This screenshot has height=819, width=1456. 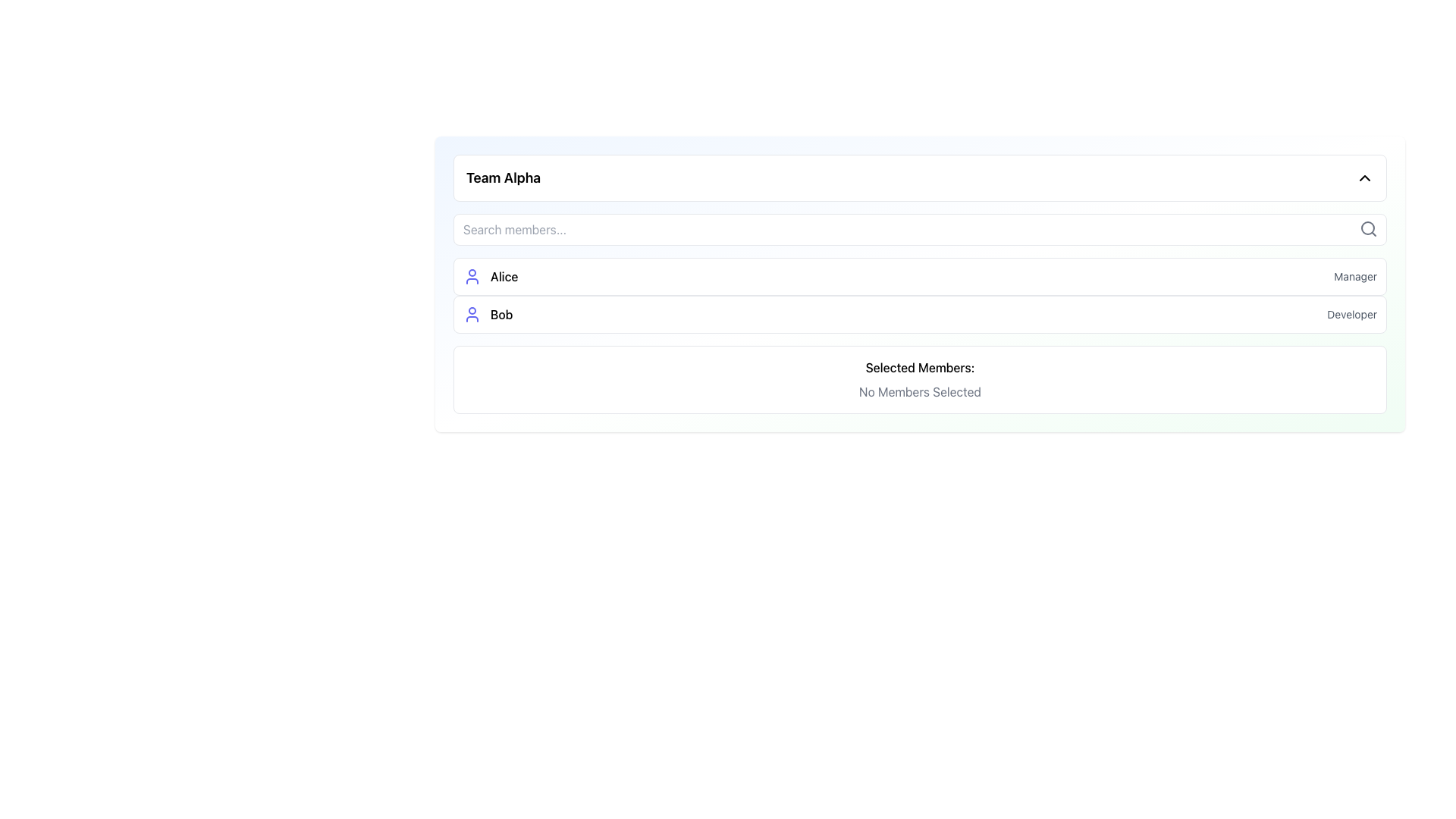 I want to click on the text label displaying 'Selected Members:' which is located at the top of the member selection section, so click(x=919, y=368).